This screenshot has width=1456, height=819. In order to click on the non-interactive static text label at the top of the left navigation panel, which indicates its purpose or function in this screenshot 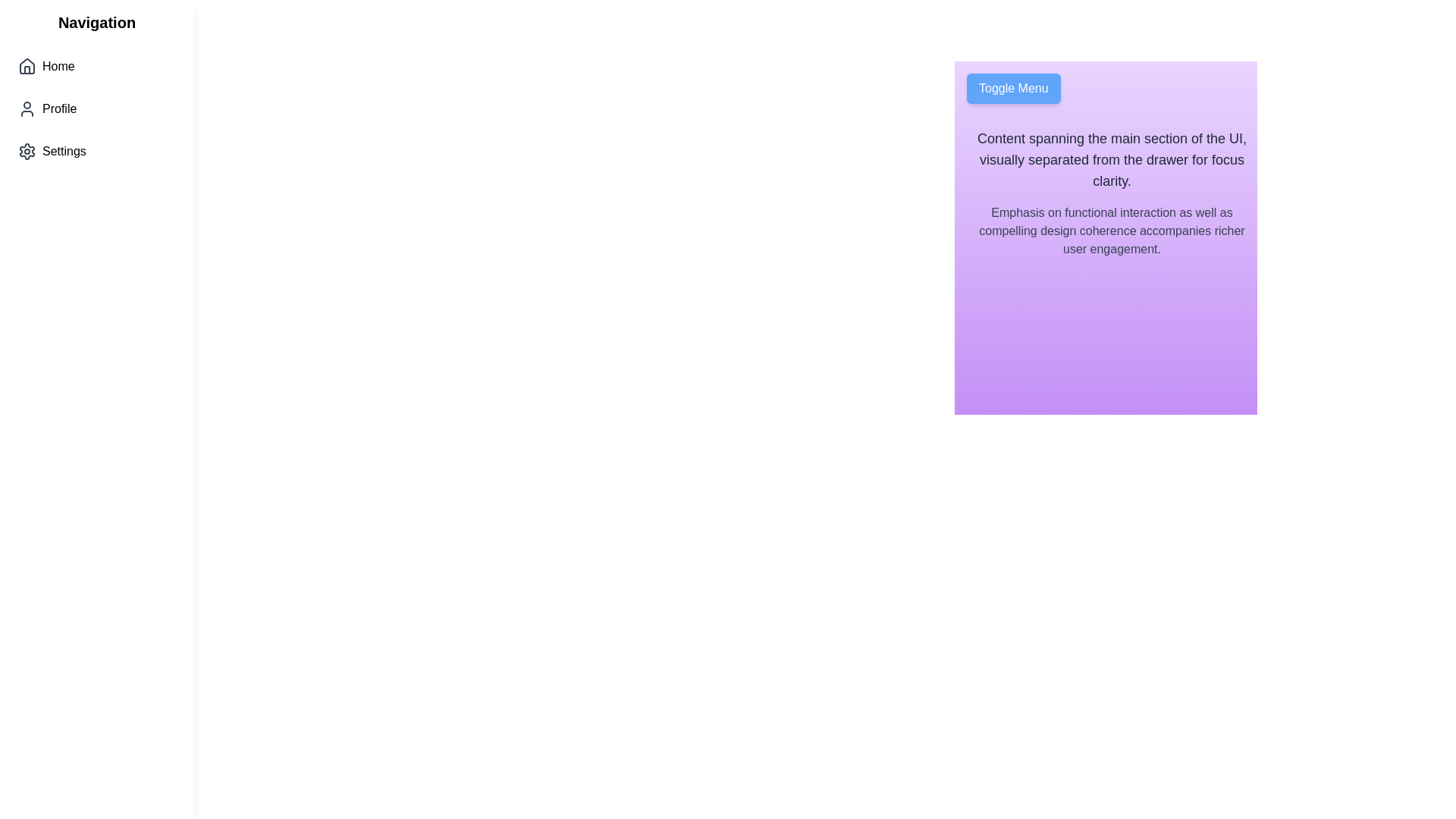, I will do `click(96, 23)`.